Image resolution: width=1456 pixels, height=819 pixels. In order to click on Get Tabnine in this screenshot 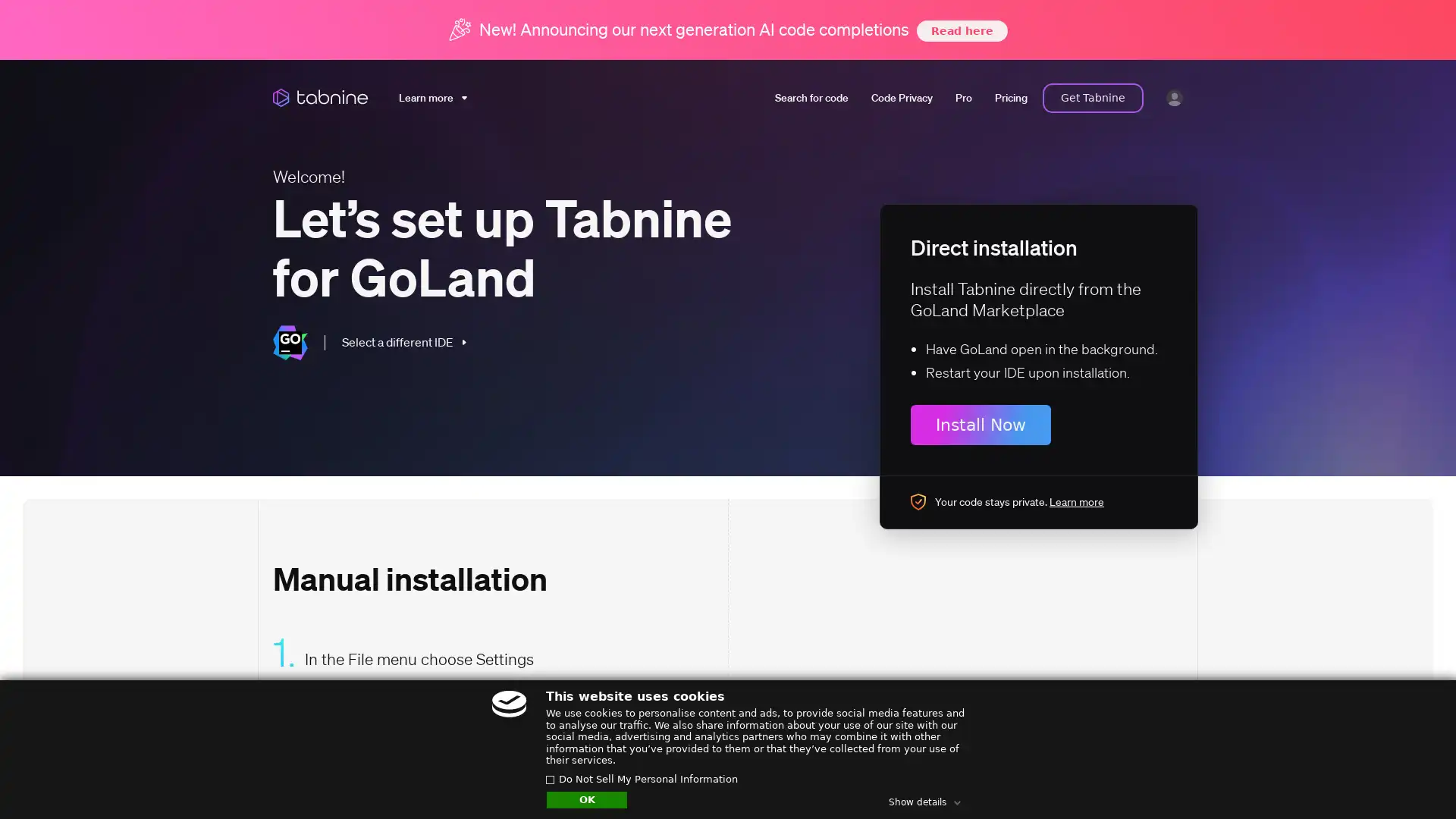, I will do `click(1093, 97)`.